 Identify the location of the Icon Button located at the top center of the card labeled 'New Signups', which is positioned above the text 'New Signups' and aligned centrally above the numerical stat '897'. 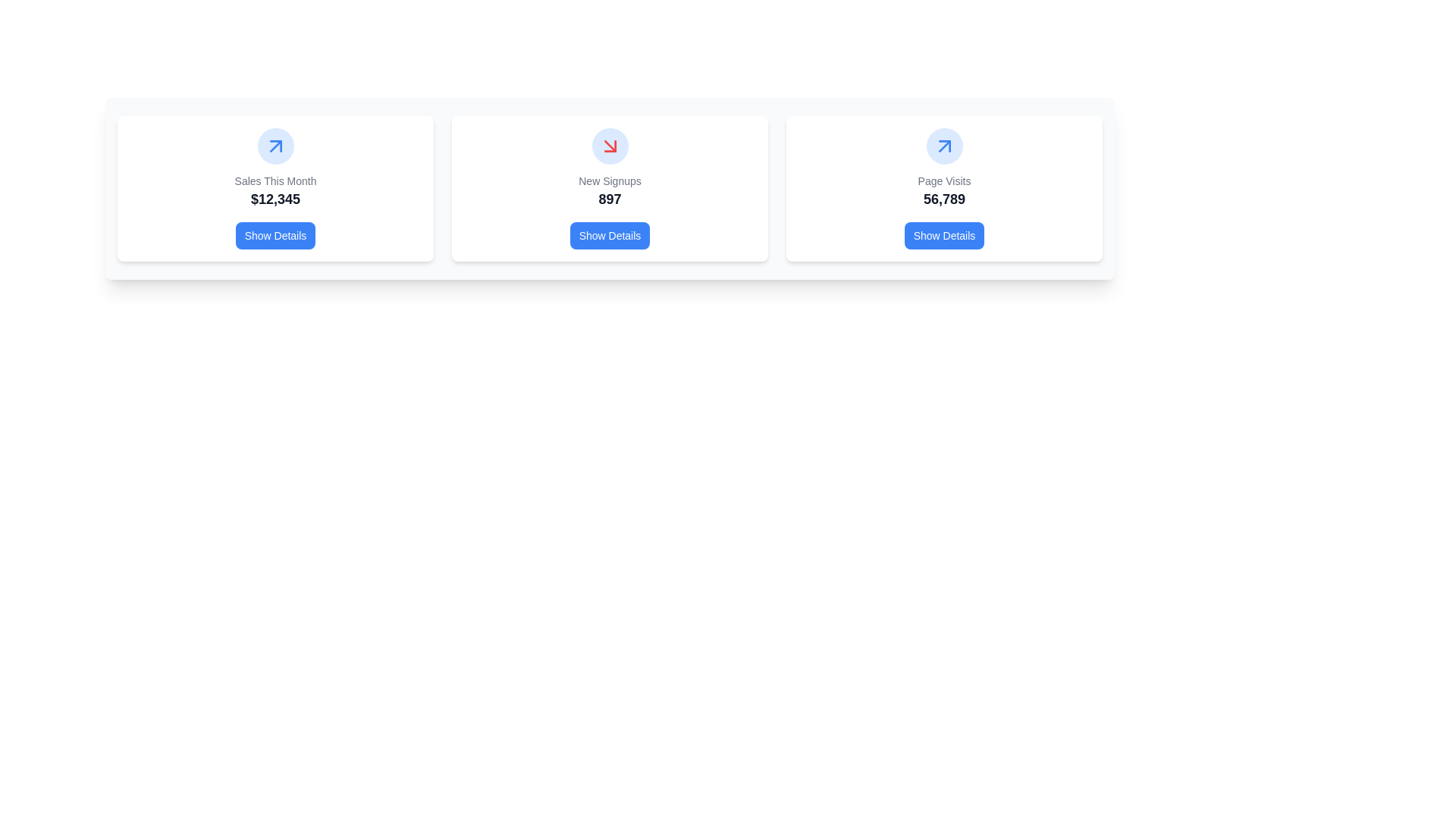
(610, 146).